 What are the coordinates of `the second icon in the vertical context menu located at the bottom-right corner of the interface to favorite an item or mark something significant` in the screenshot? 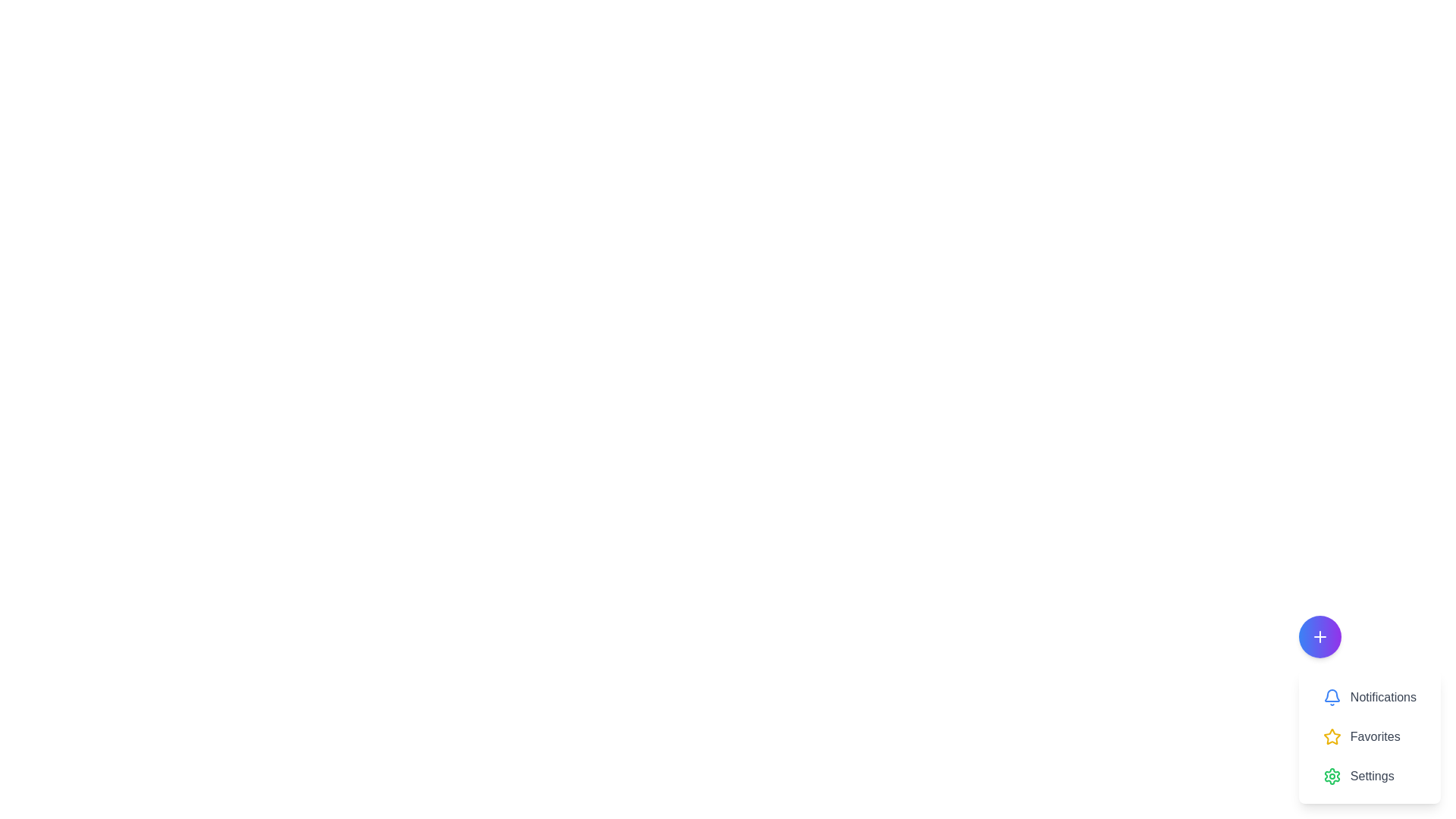 It's located at (1331, 736).